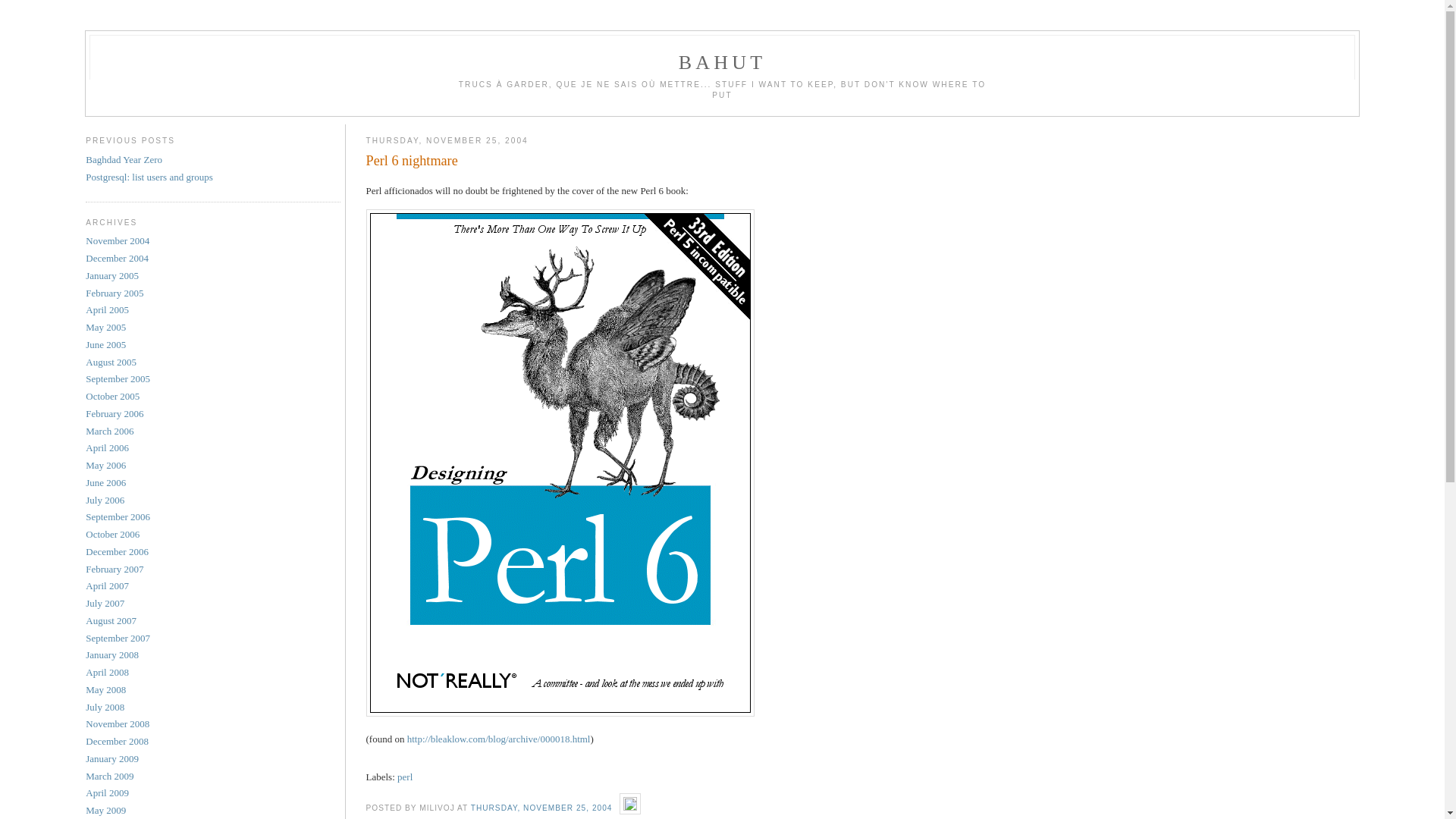  I want to click on 'January 2008', so click(111, 654).